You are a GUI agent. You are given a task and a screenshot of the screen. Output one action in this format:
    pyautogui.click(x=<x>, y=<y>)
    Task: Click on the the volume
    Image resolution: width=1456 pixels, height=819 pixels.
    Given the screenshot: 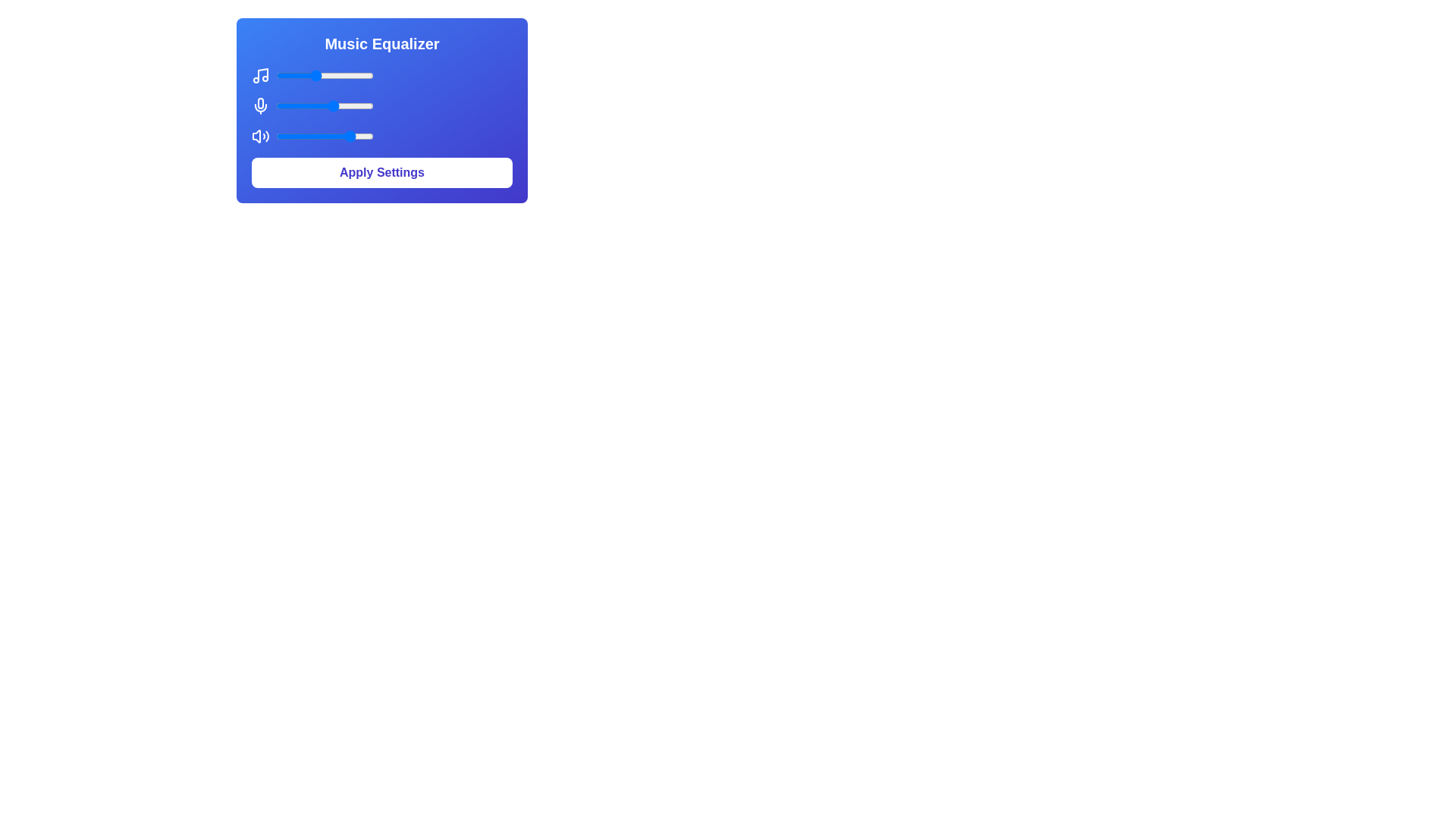 What is the action you would take?
    pyautogui.click(x=328, y=136)
    